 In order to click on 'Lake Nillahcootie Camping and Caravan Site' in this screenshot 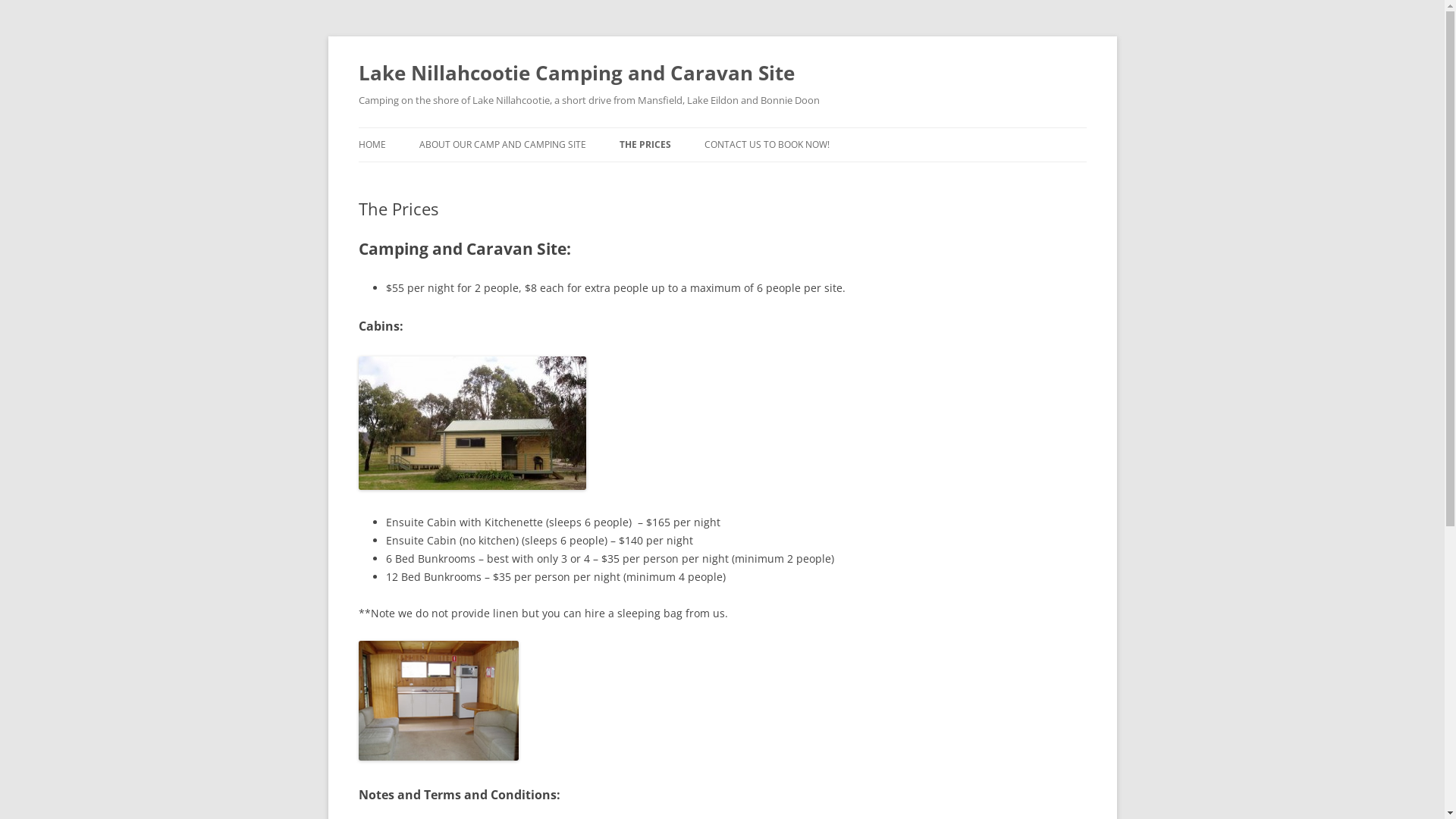, I will do `click(356, 73)`.